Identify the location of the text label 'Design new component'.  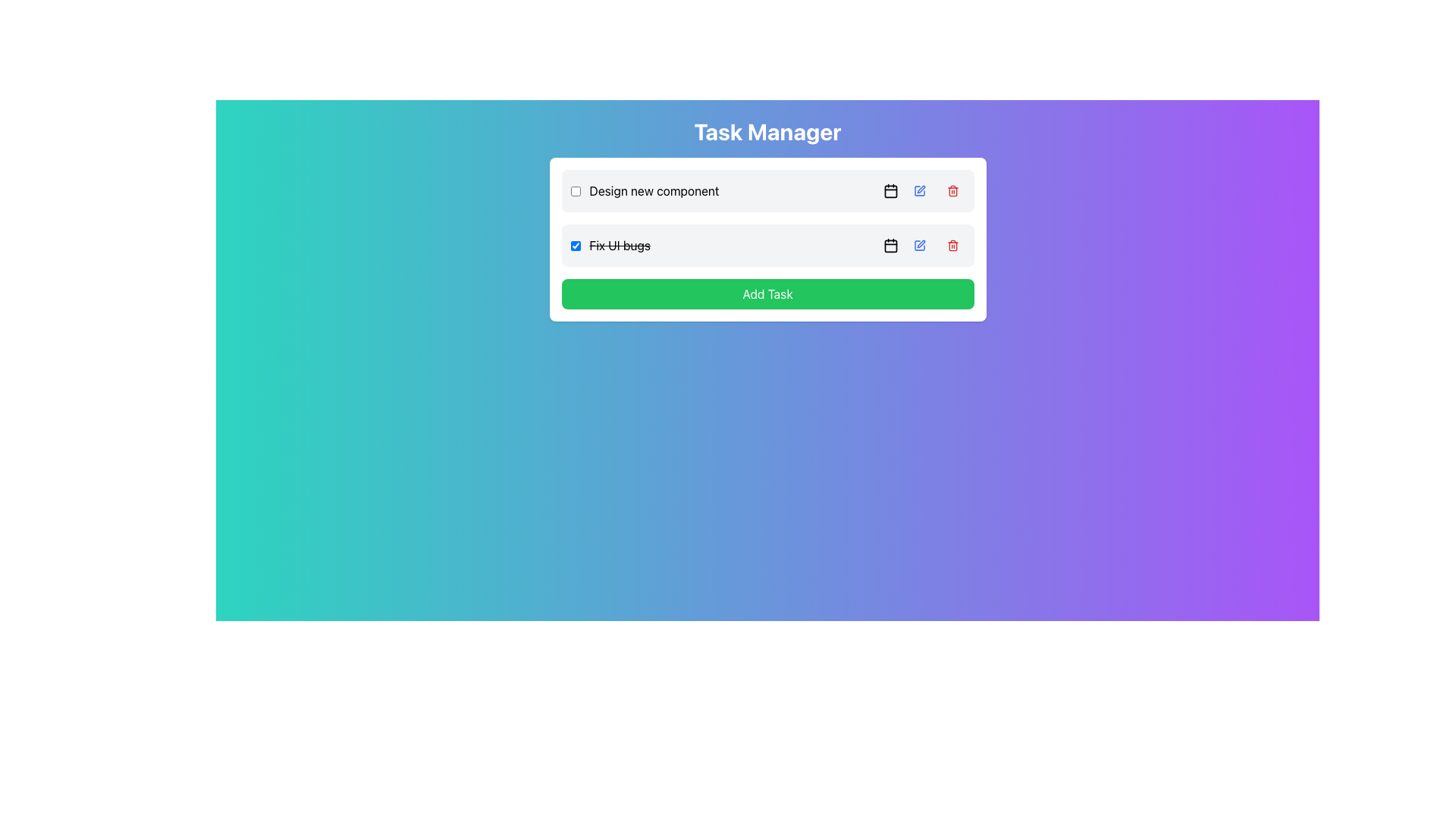
(654, 190).